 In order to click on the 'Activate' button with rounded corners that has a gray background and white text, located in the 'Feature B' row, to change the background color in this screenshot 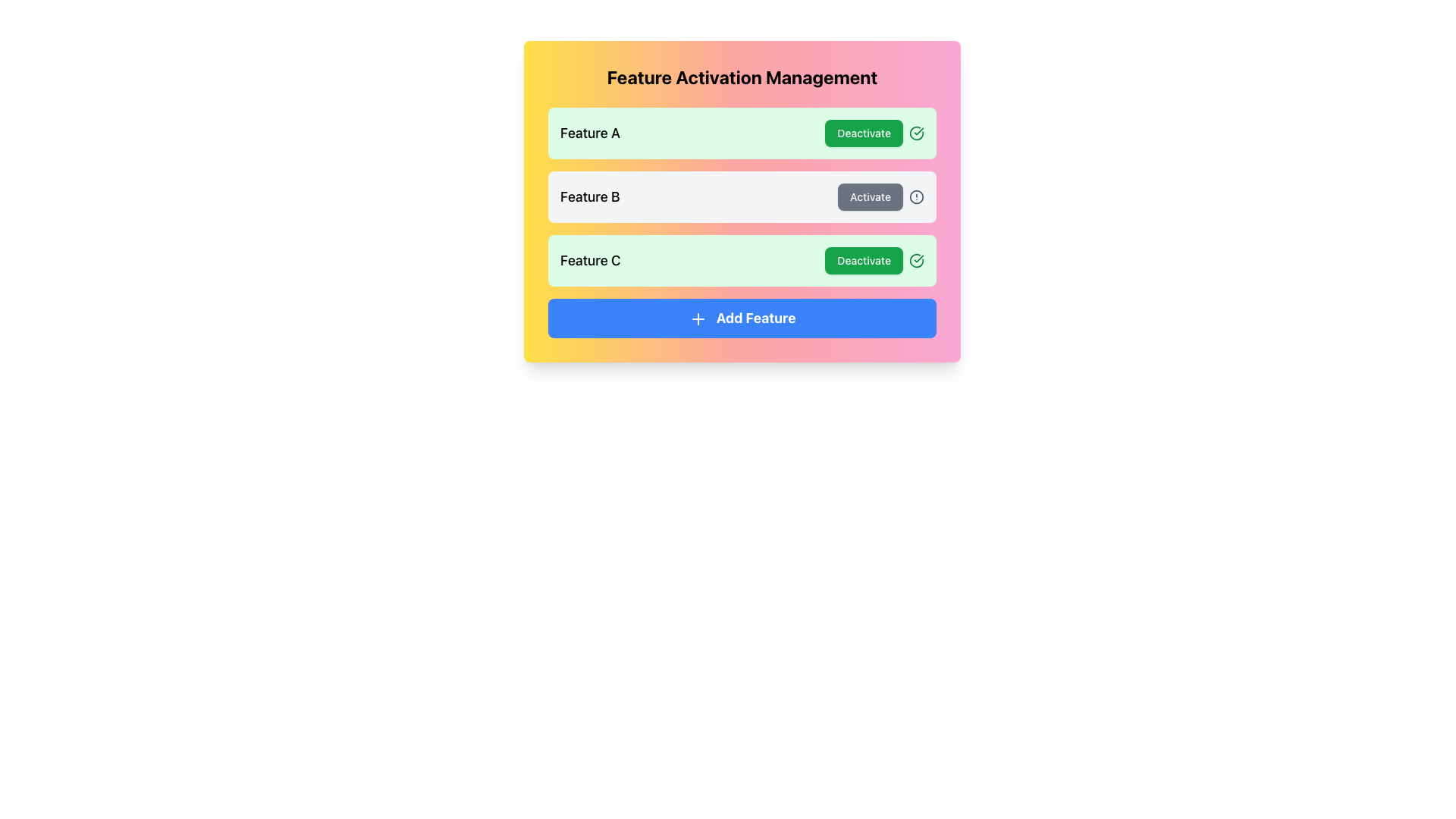, I will do `click(870, 196)`.